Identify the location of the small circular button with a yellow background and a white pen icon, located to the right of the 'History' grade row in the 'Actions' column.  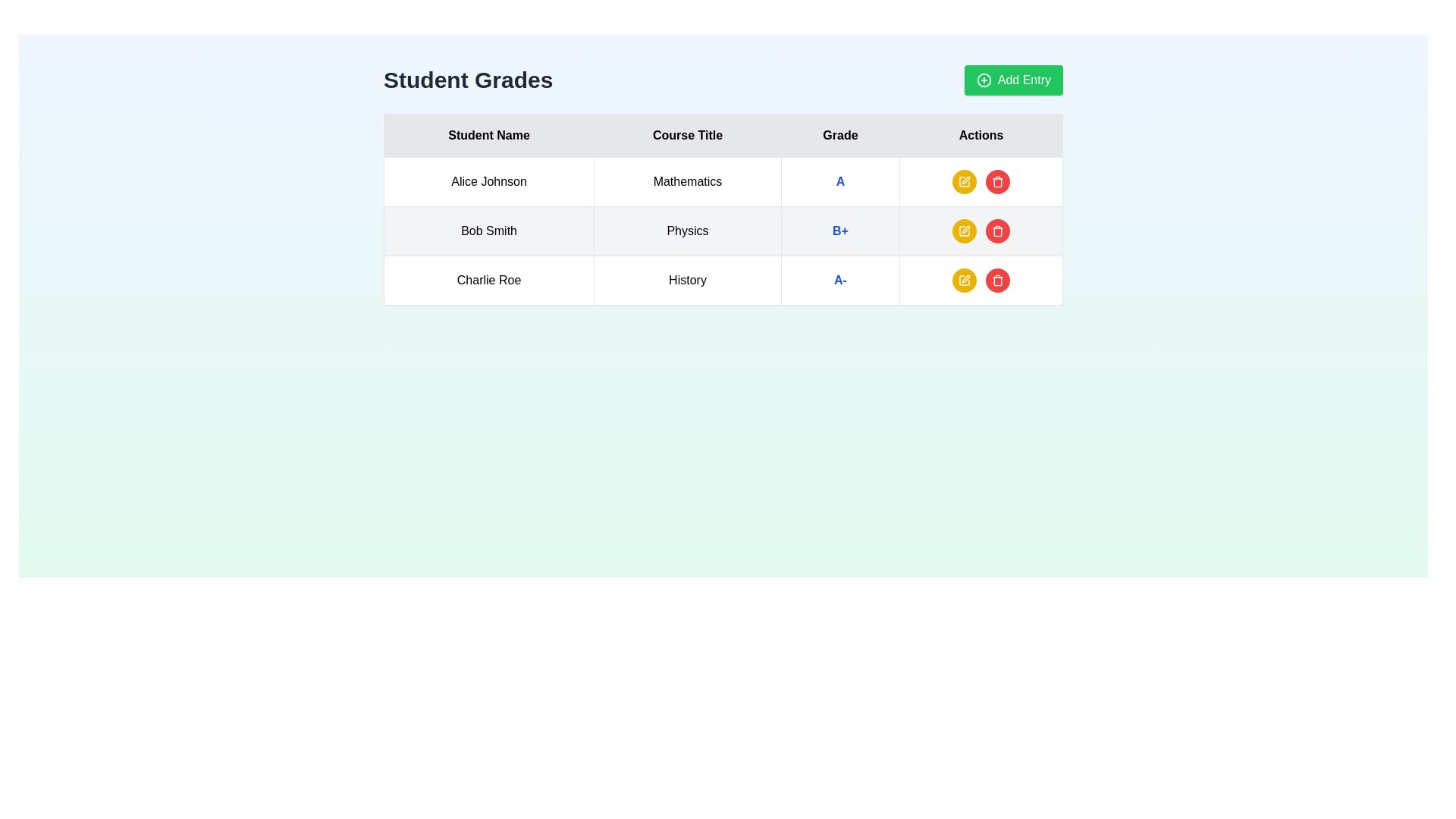
(964, 281).